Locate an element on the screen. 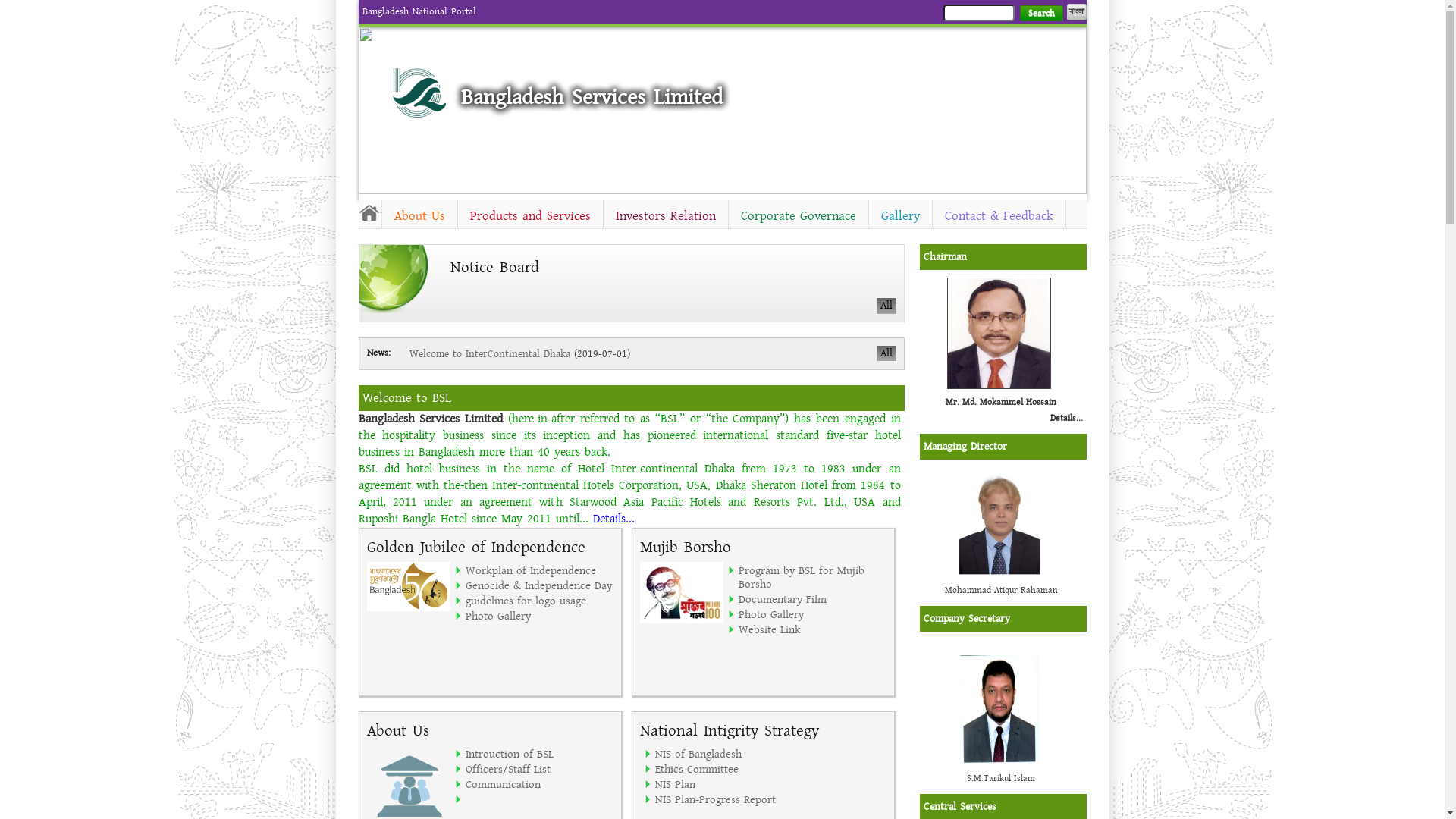  'Workplan of Independence' is located at coordinates (539, 570).